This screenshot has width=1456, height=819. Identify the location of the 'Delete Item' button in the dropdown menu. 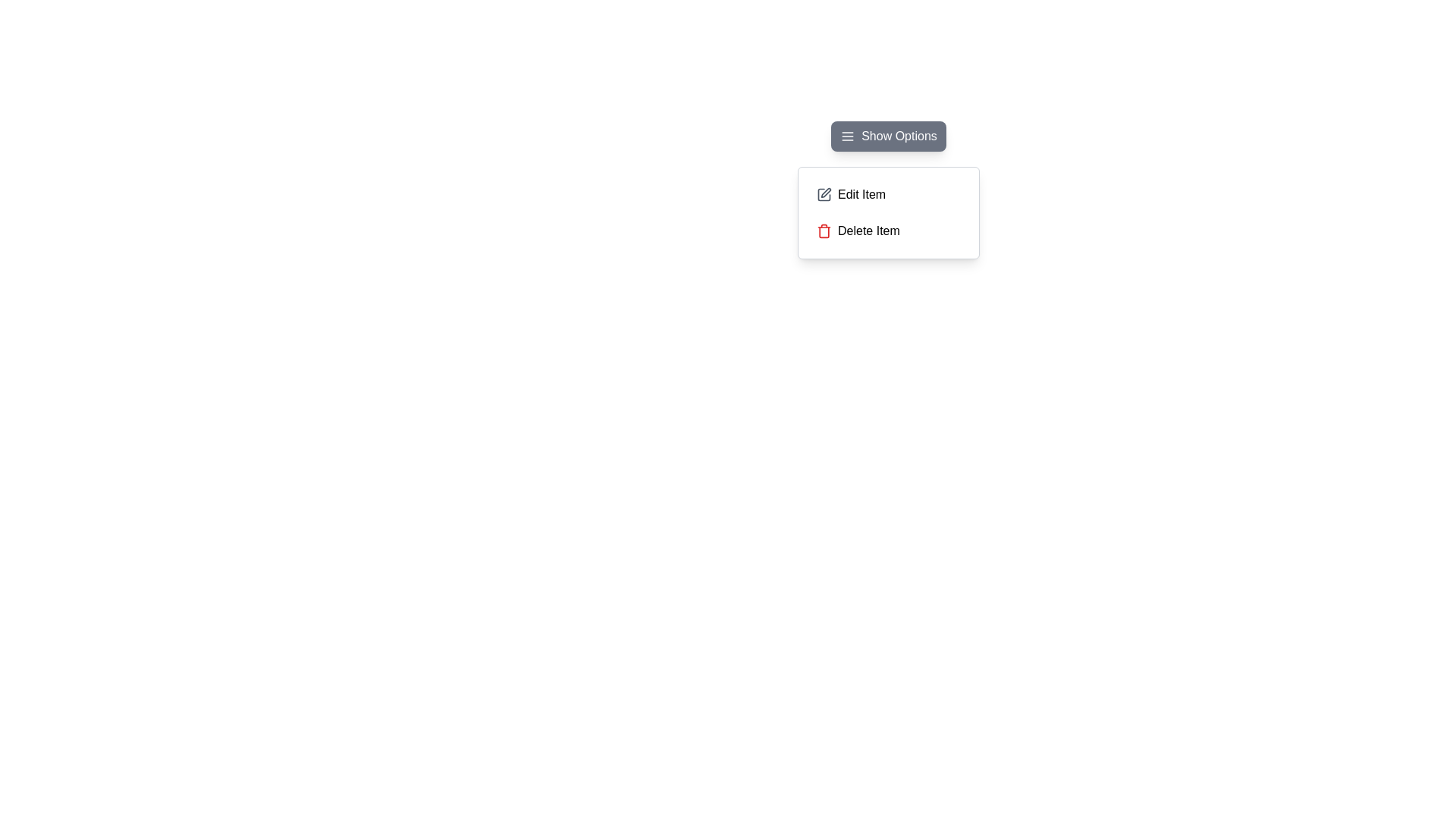
(888, 231).